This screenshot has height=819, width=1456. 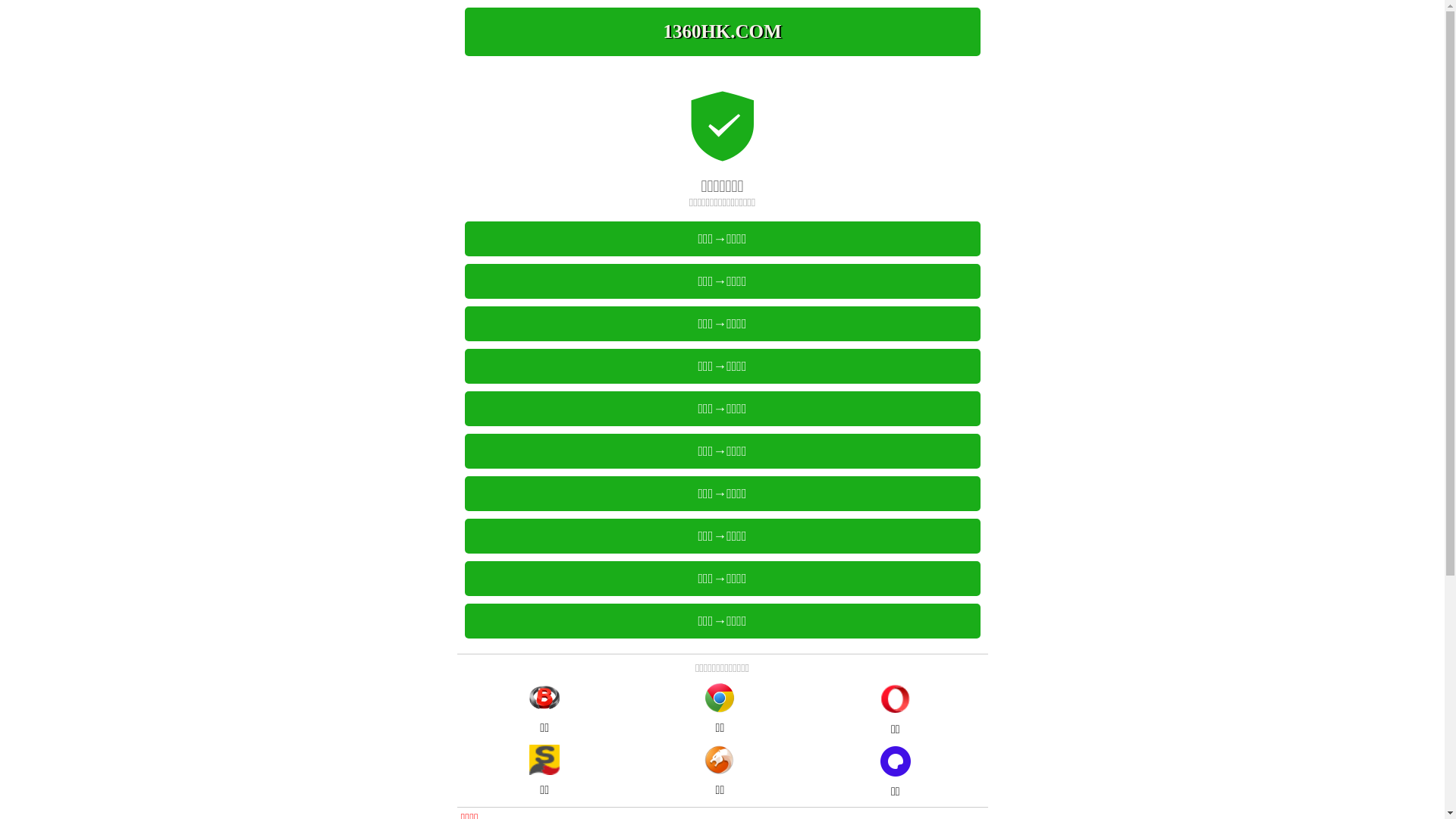 I want to click on '1369HK.COM', so click(x=720, y=32).